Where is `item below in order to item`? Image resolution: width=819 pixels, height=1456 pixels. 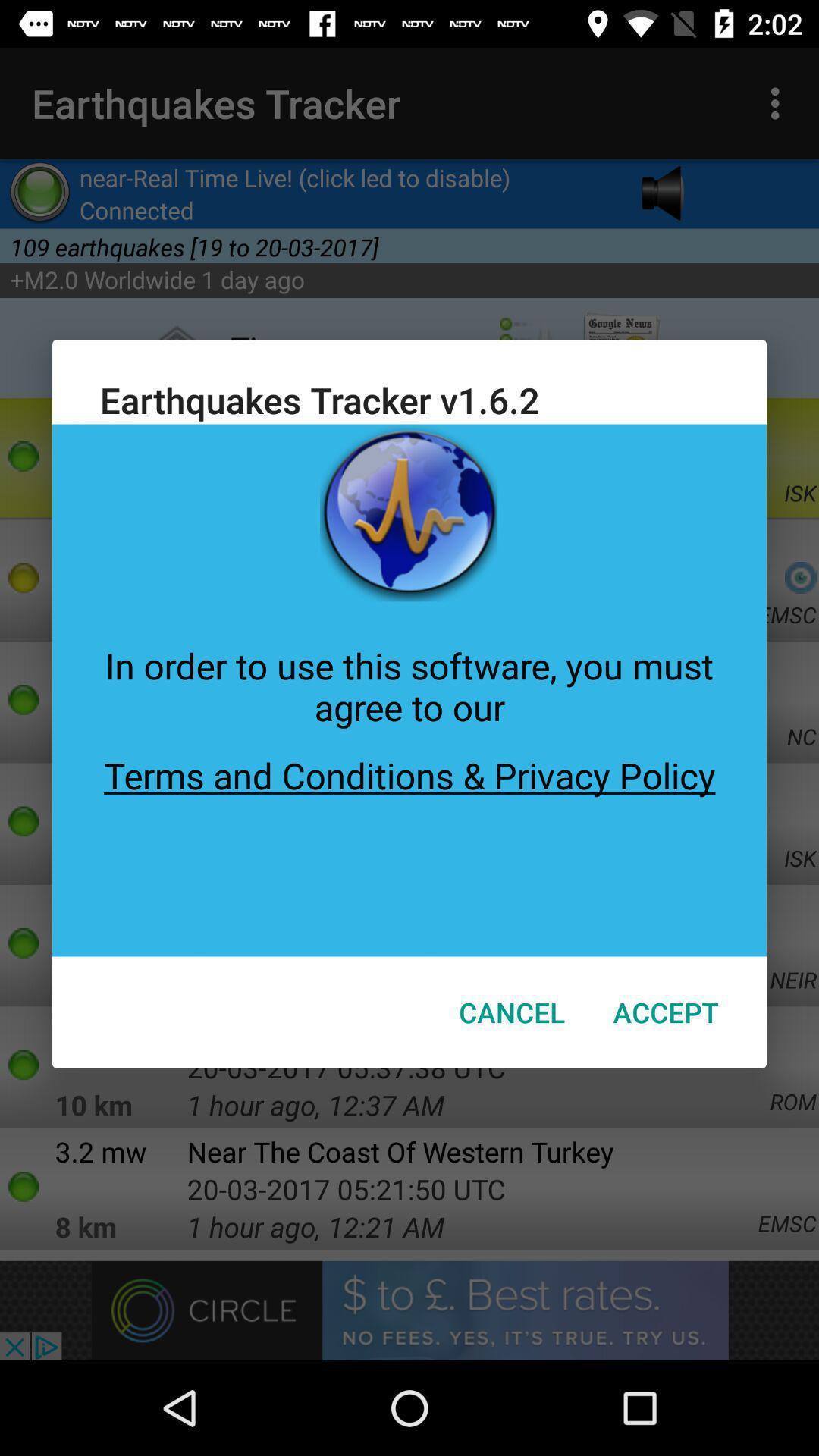
item below in order to item is located at coordinates (409, 843).